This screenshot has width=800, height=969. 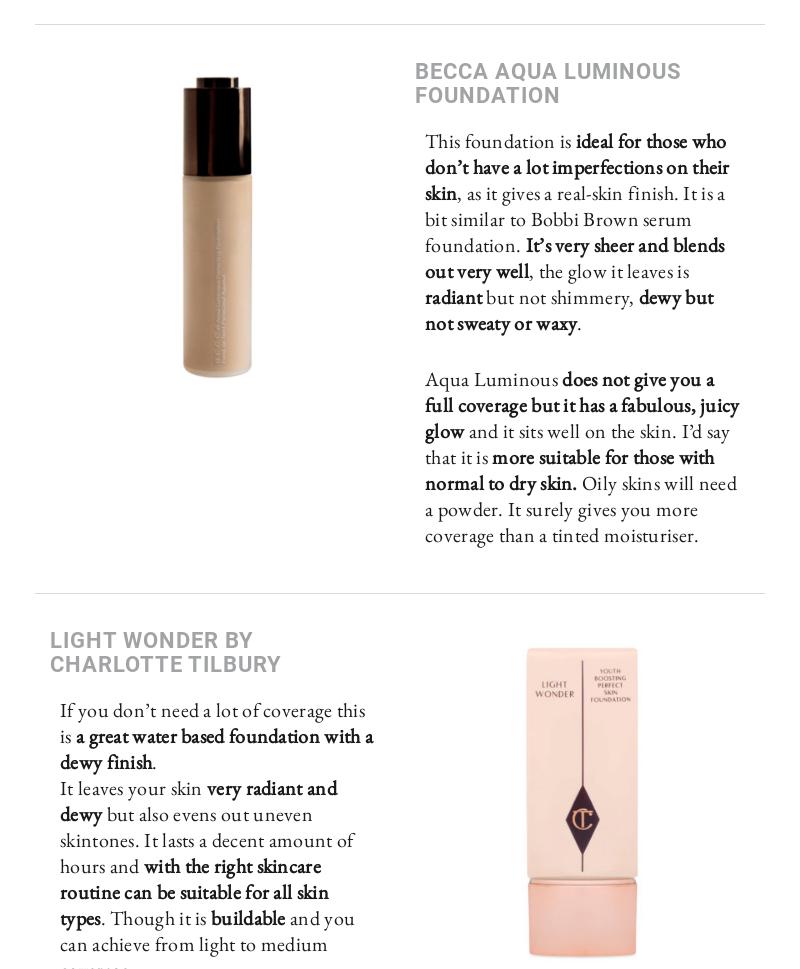 What do you see at coordinates (500, 139) in the screenshot?
I see `'This foundation is'` at bounding box center [500, 139].